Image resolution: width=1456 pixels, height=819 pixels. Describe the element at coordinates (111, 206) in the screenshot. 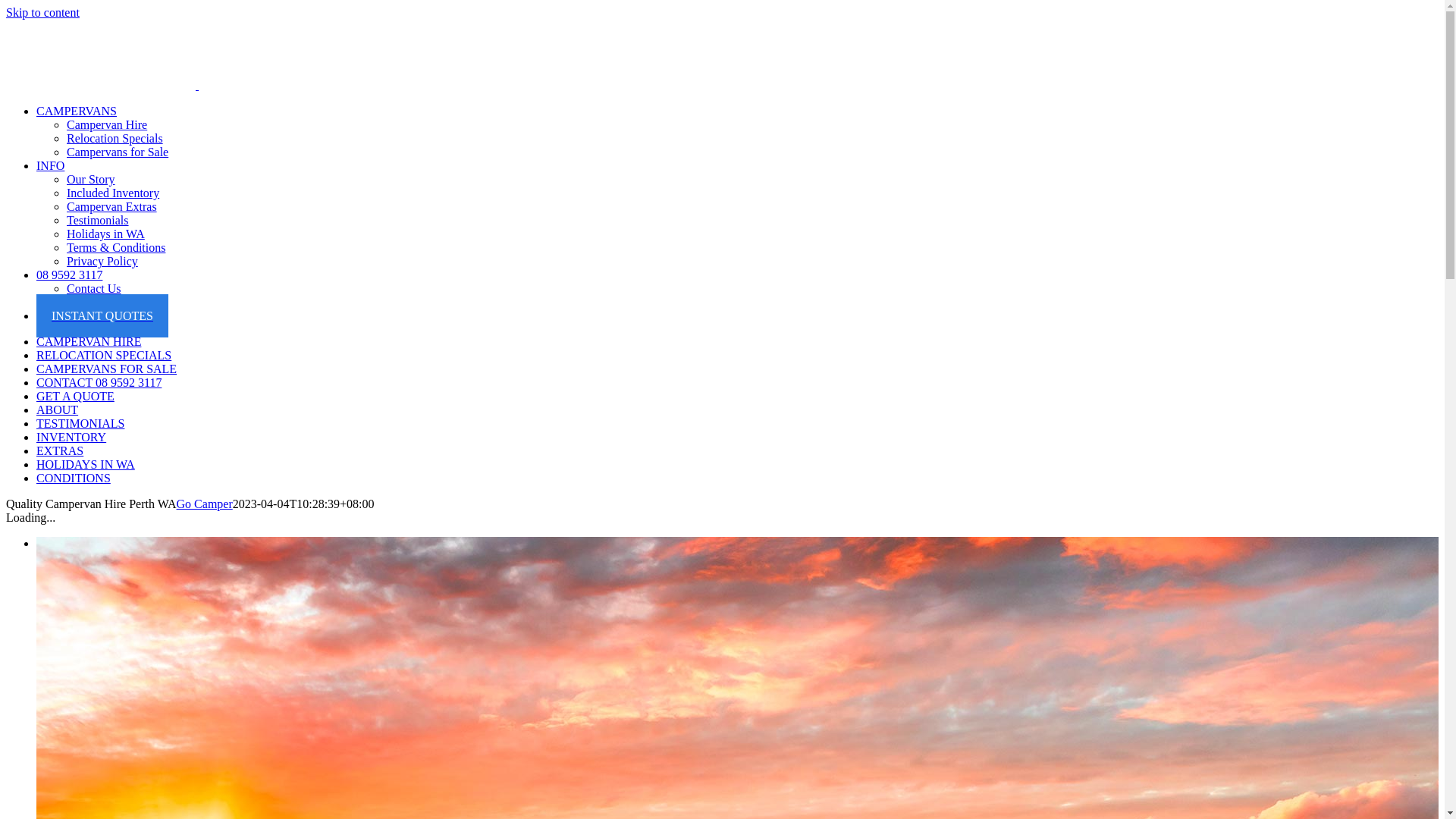

I see `'Campervan Extras'` at that location.